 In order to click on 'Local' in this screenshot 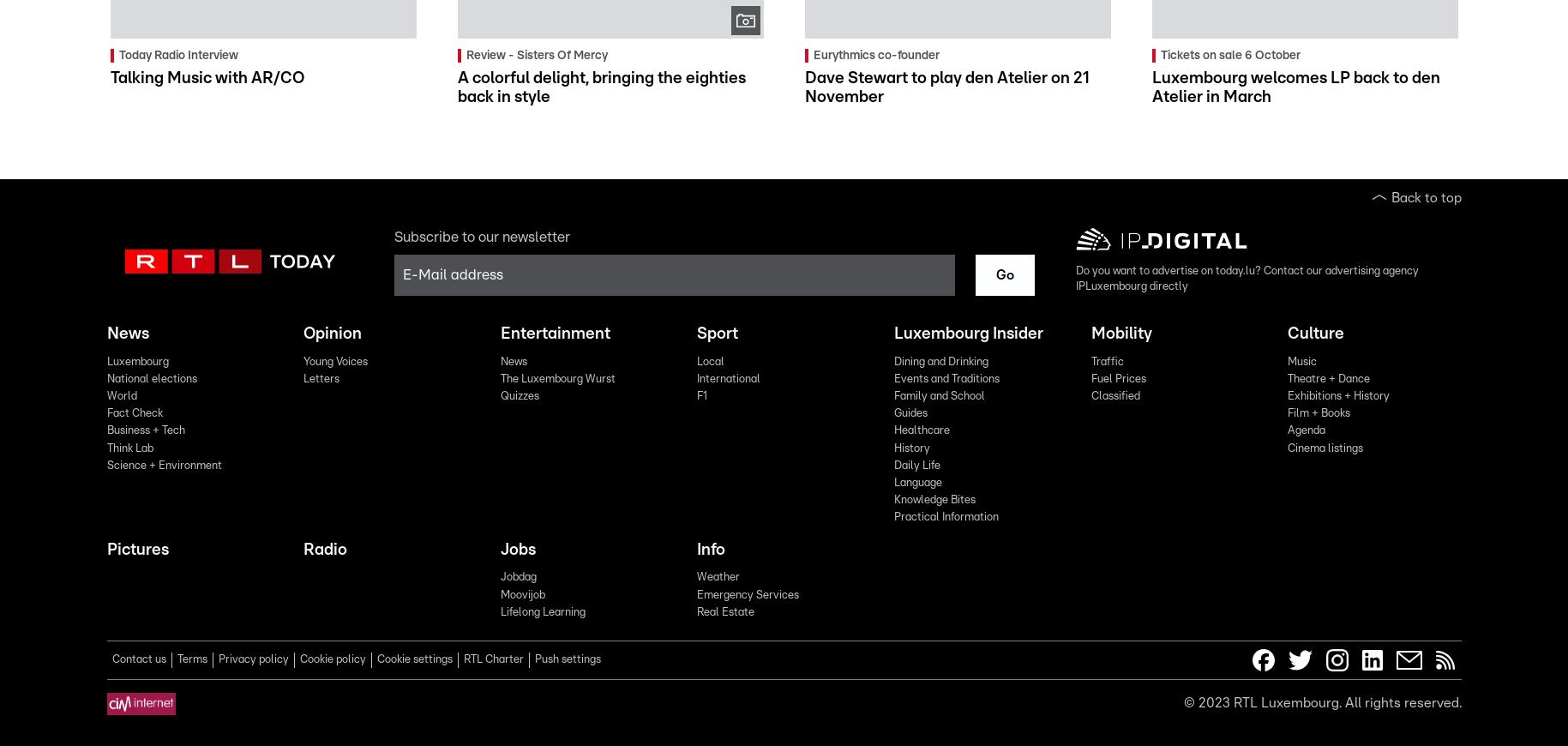, I will do `click(710, 361)`.